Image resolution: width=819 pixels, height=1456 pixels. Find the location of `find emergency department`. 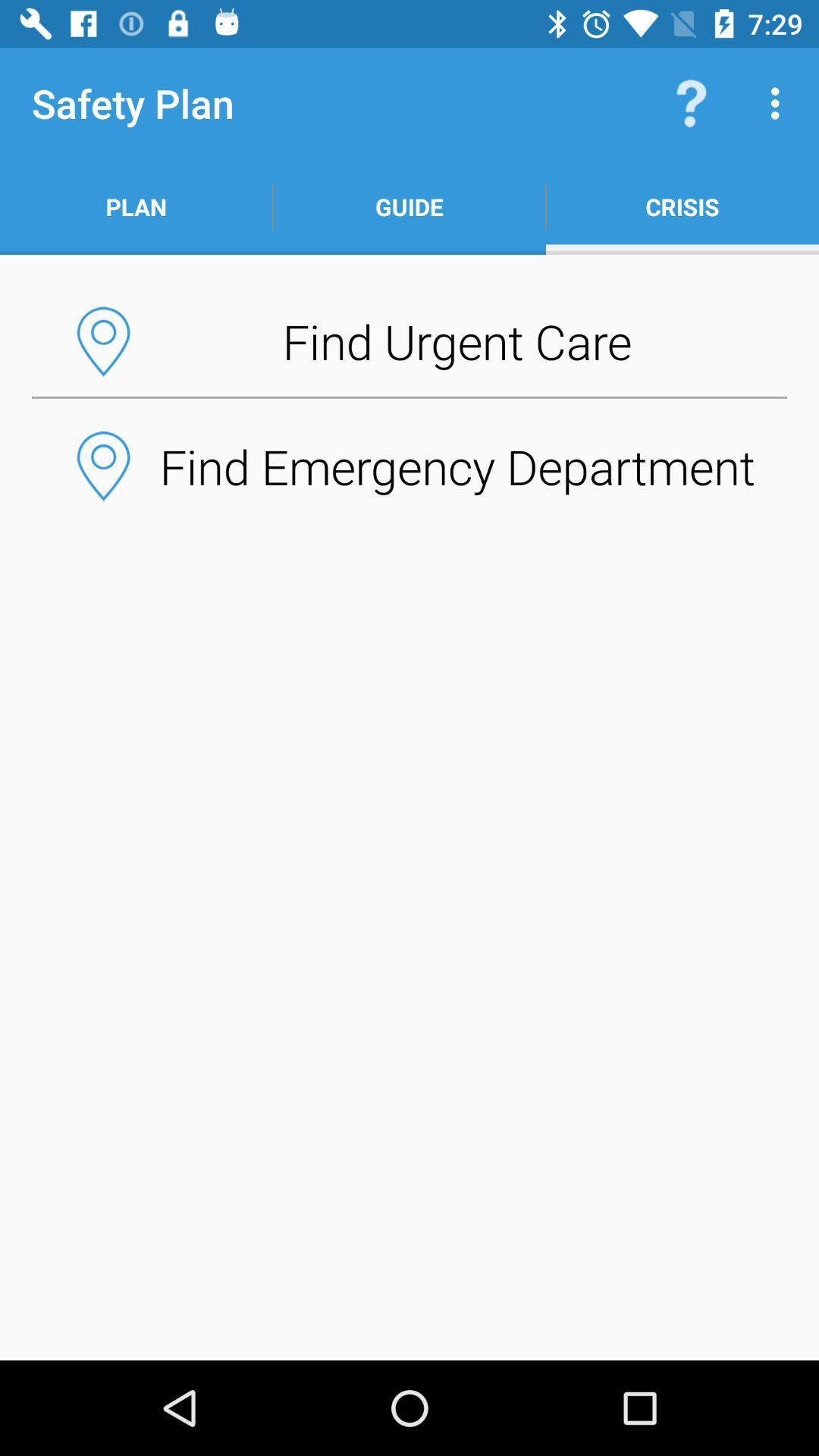

find emergency department is located at coordinates (409, 465).